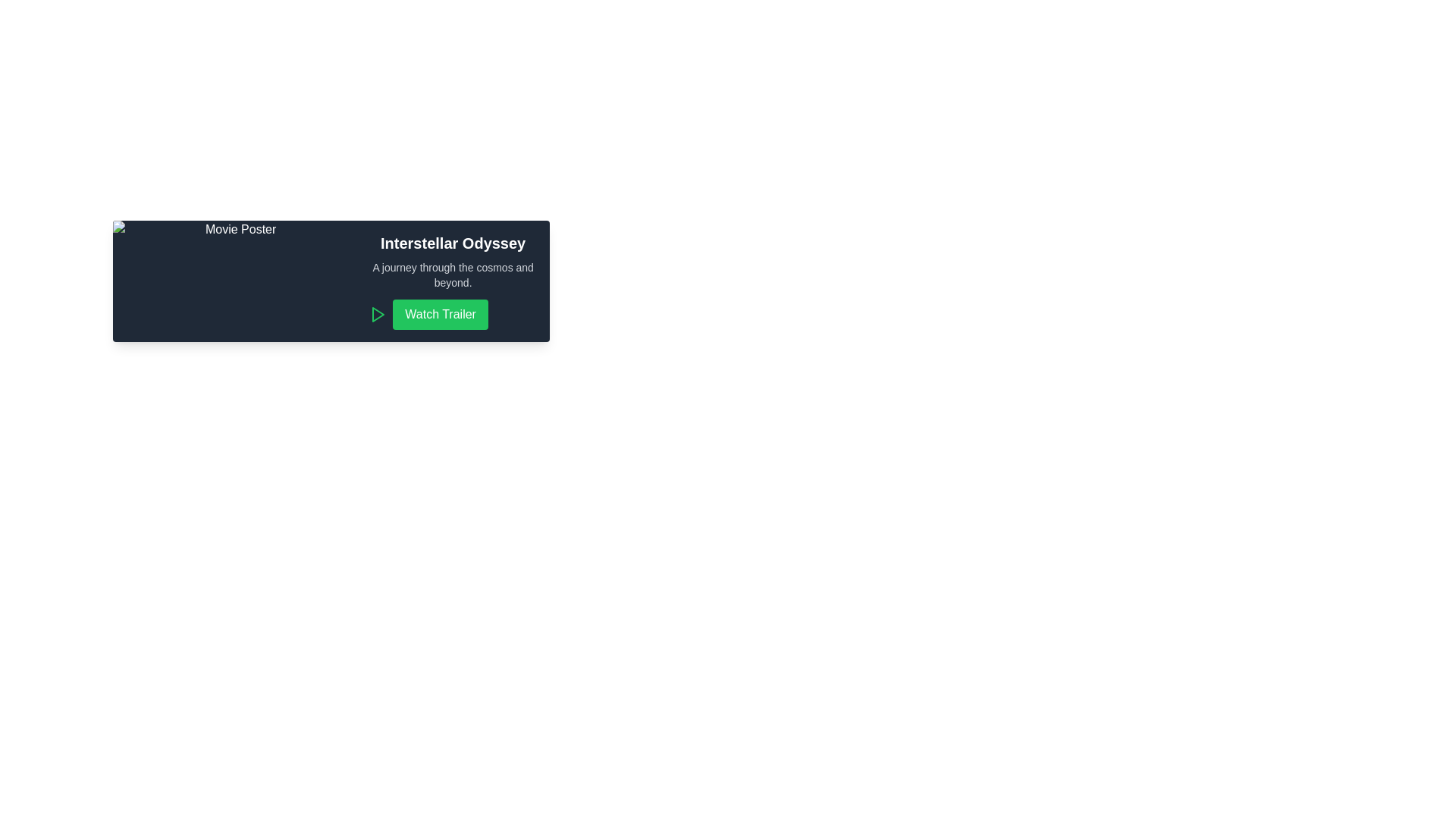 This screenshot has width=1456, height=819. Describe the element at coordinates (378, 314) in the screenshot. I see `the triangular play button icon located to the left of the green 'Watch Trailer' button in the 'Interstellar Odyssey' visual card` at that location.